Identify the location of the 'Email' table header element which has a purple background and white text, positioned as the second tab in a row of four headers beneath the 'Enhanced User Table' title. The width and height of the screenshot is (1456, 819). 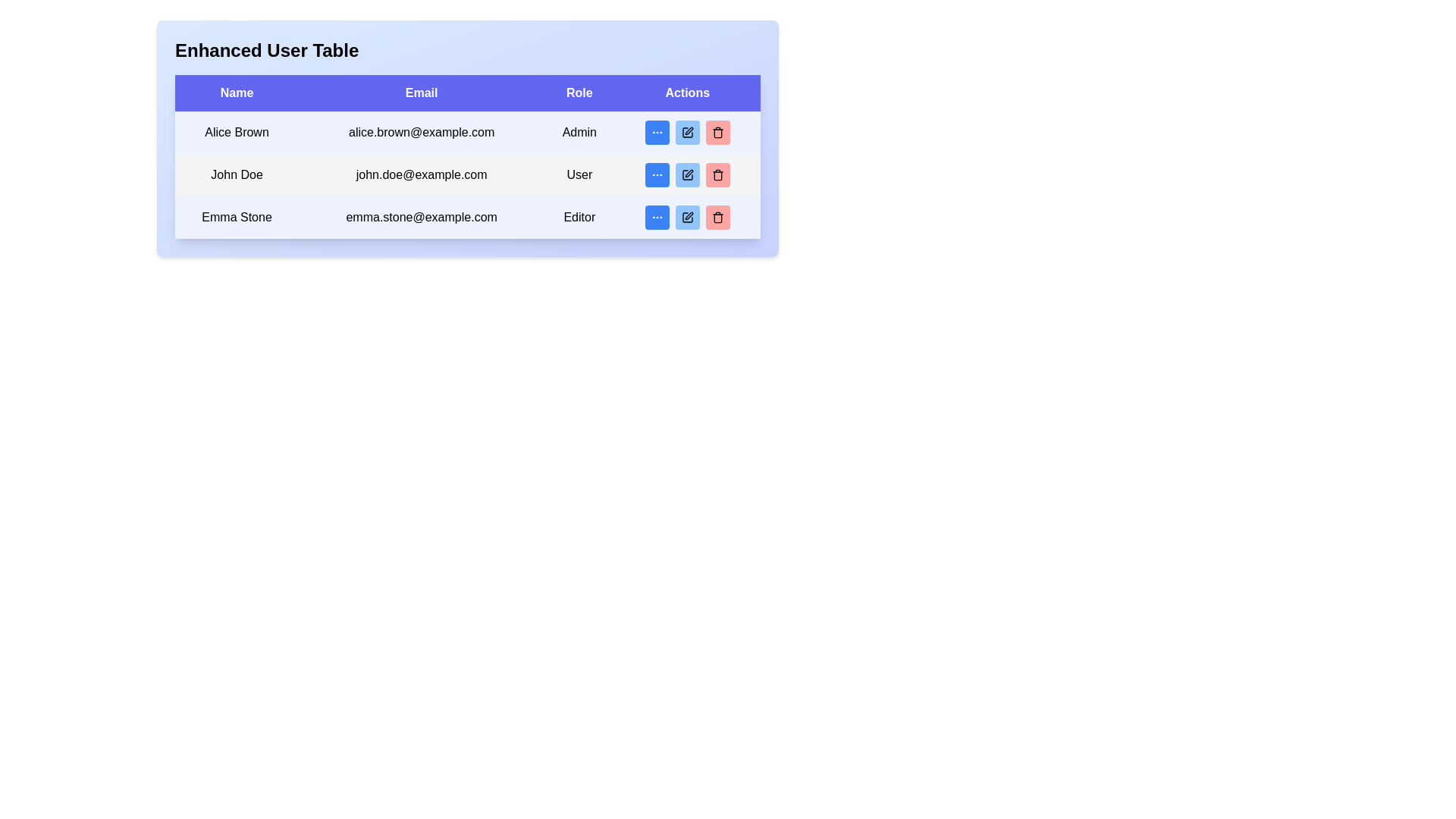
(422, 93).